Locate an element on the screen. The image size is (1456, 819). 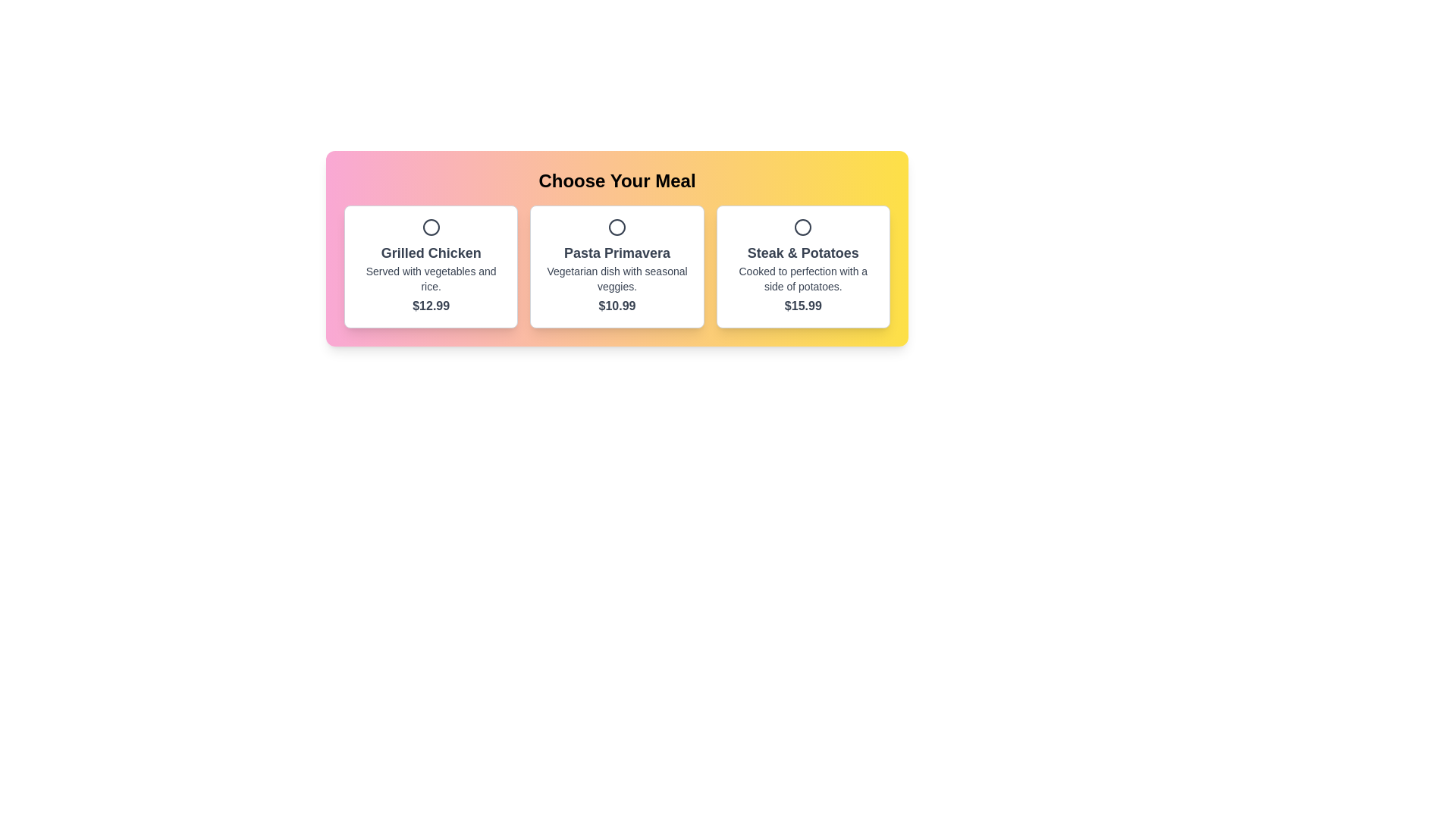
the Static Text that serves as the title of the first meal option in the horizontal list, positioned at the top of its card is located at coordinates (430, 253).